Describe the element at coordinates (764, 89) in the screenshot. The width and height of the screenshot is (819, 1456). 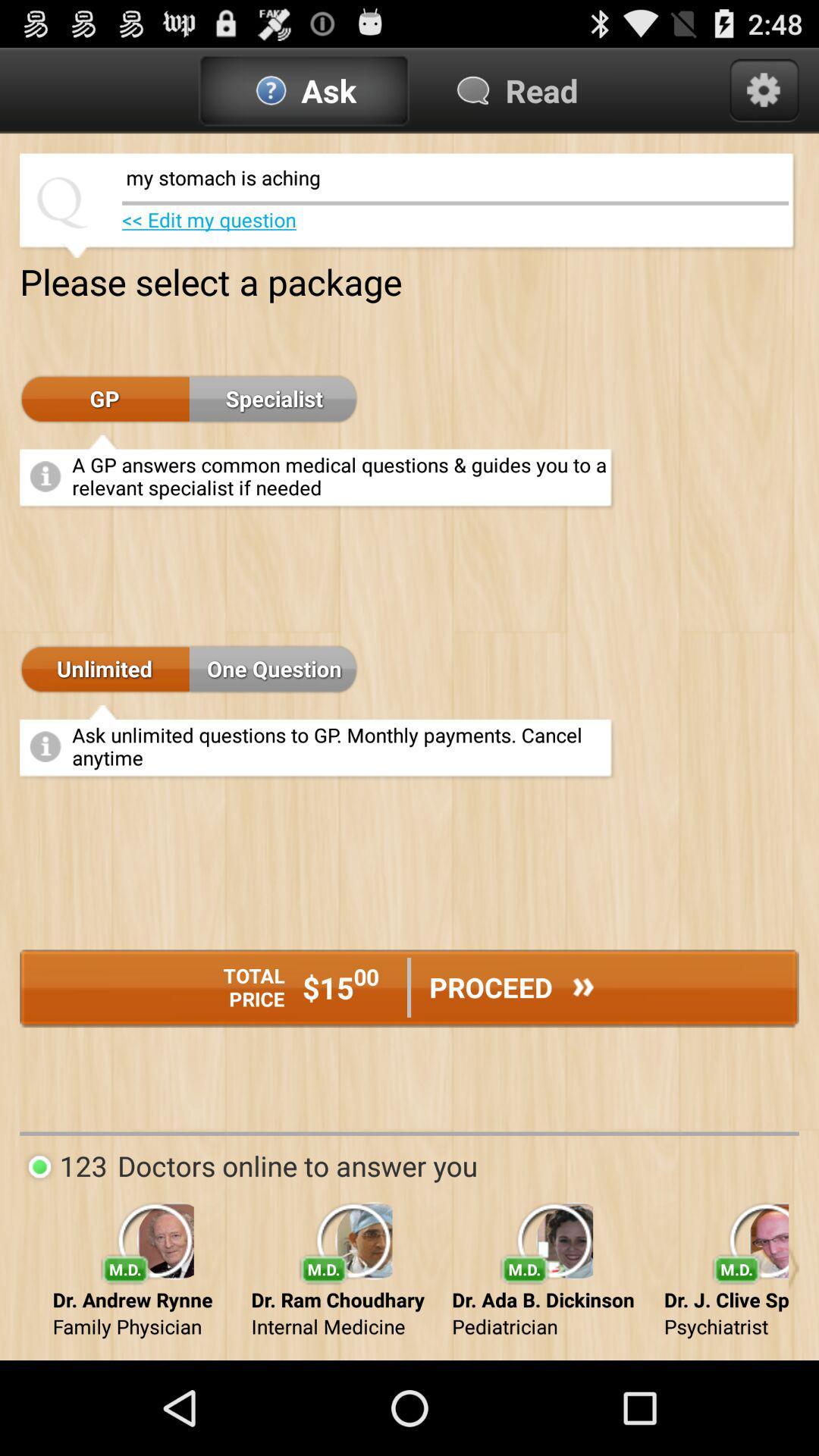
I see `settings` at that location.